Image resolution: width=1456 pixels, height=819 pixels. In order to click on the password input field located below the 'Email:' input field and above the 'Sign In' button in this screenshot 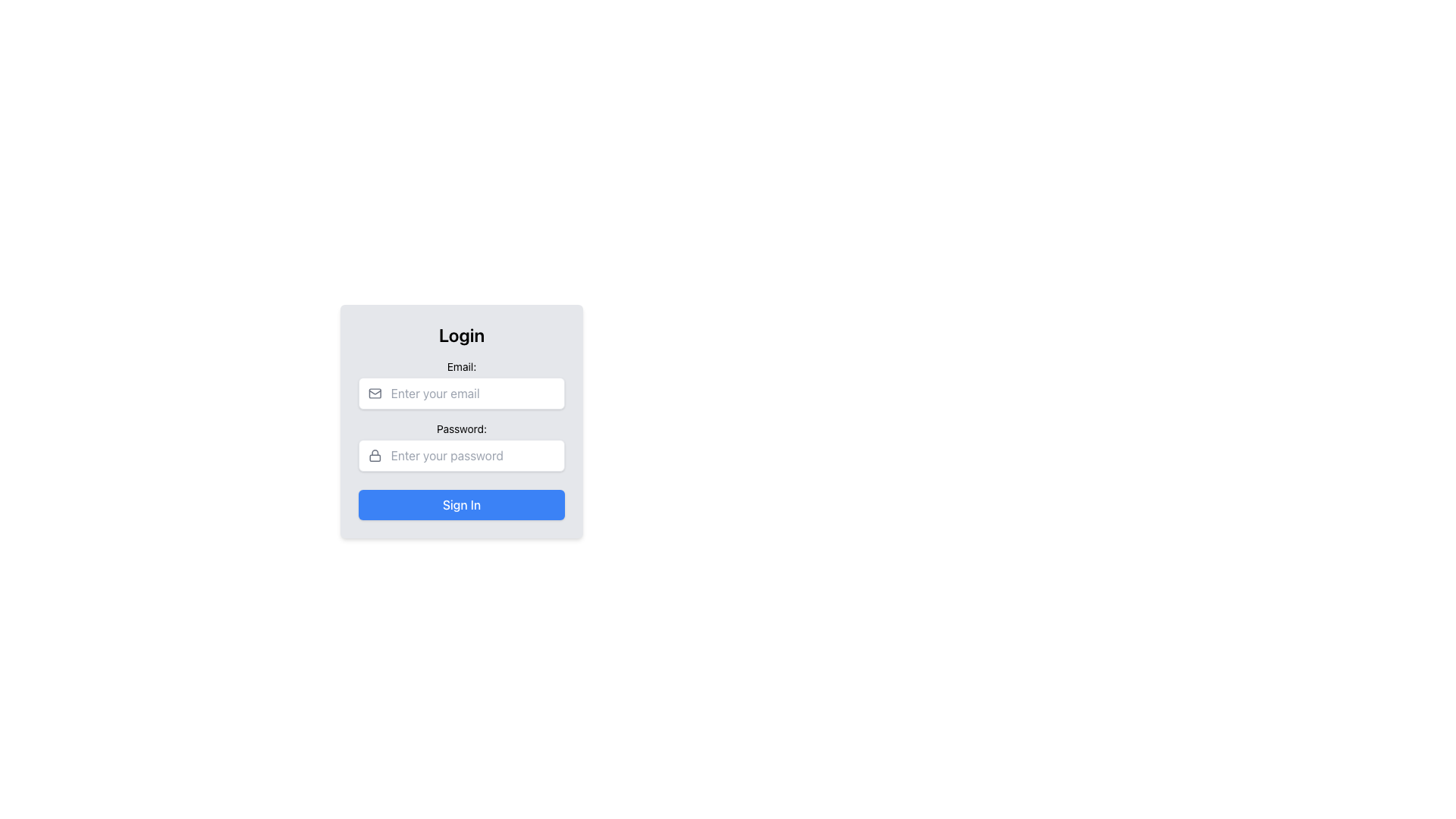, I will do `click(461, 446)`.